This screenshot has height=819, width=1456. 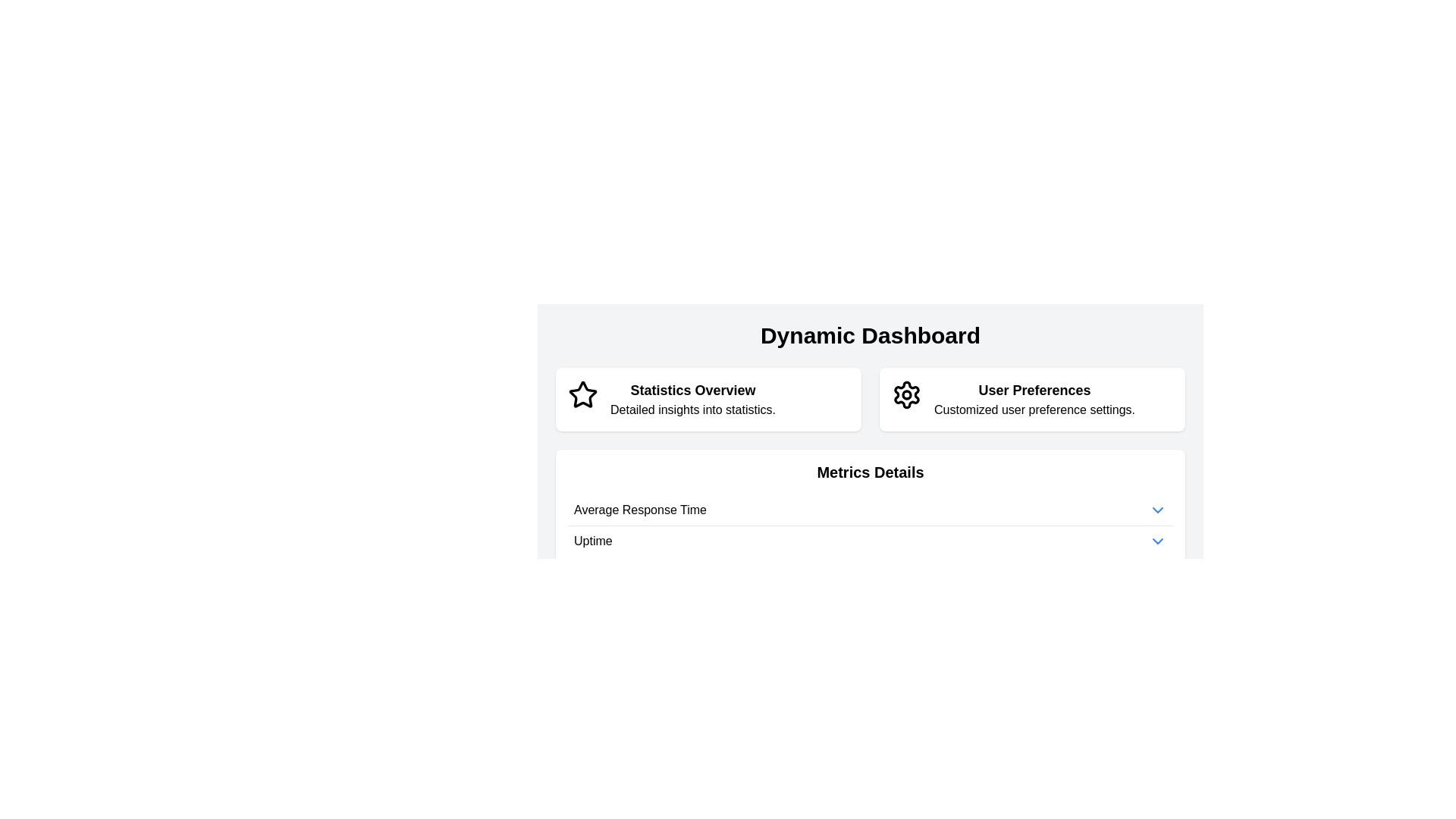 What do you see at coordinates (906, 399) in the screenshot?
I see `the gear icon representing the settings option, located to the left of the 'User Preferences' text within its card` at bounding box center [906, 399].